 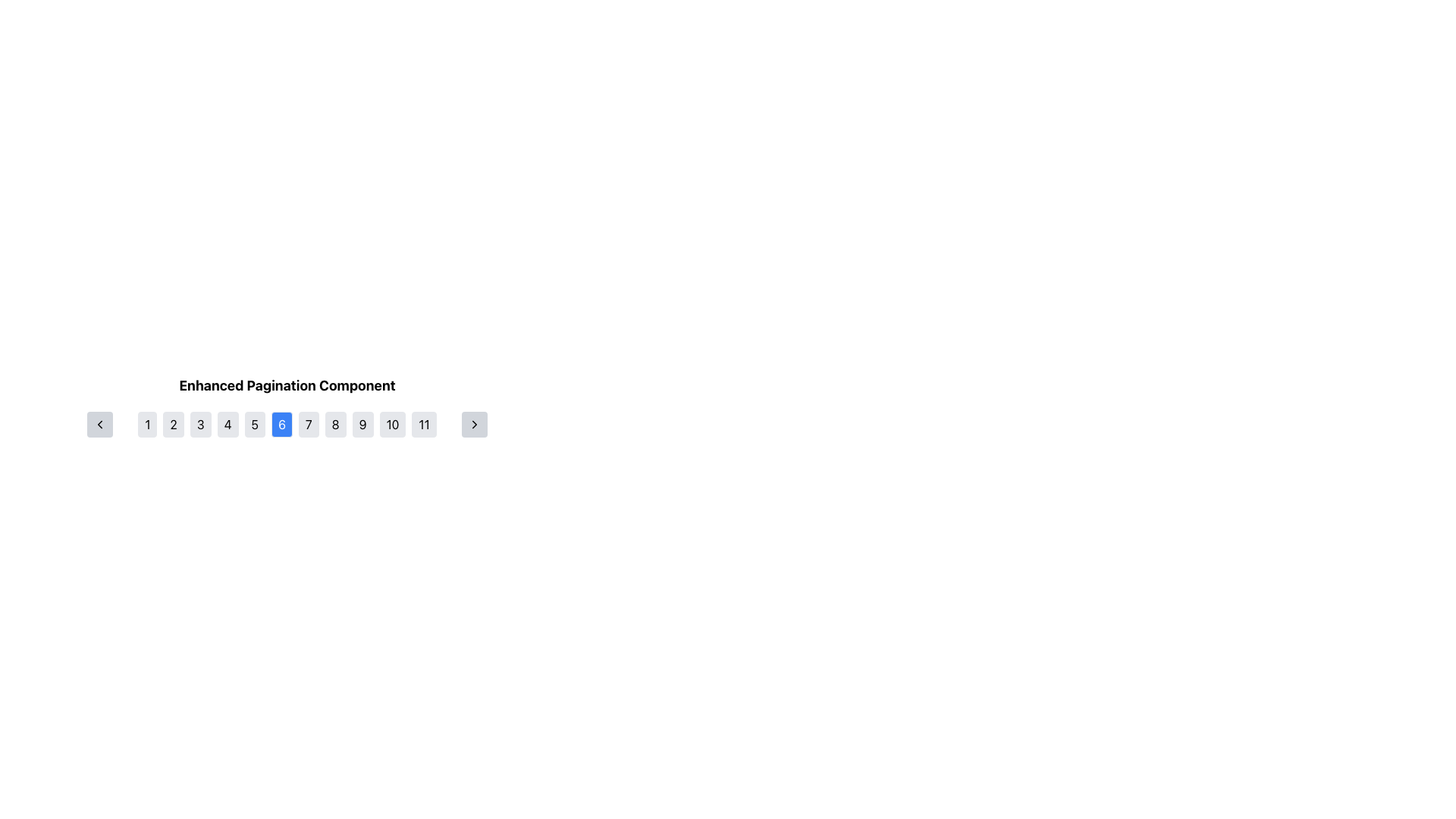 What do you see at coordinates (393, 424) in the screenshot?
I see `the pagination button displaying the number '10'` at bounding box center [393, 424].